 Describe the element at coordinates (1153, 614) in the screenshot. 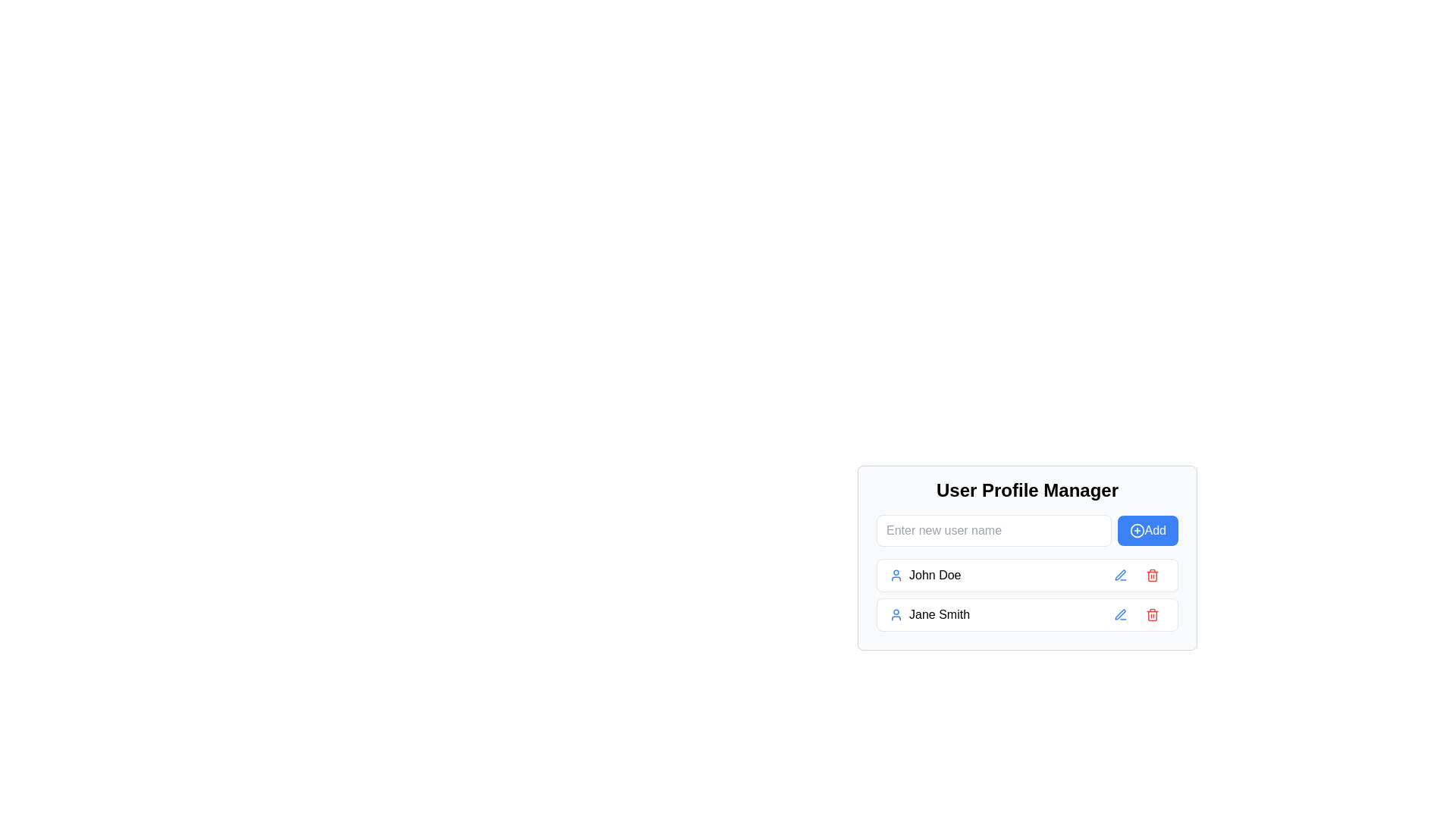

I see `the red trash can icon indicating a delete action, located in the second row next to 'Jane Smith'` at that location.